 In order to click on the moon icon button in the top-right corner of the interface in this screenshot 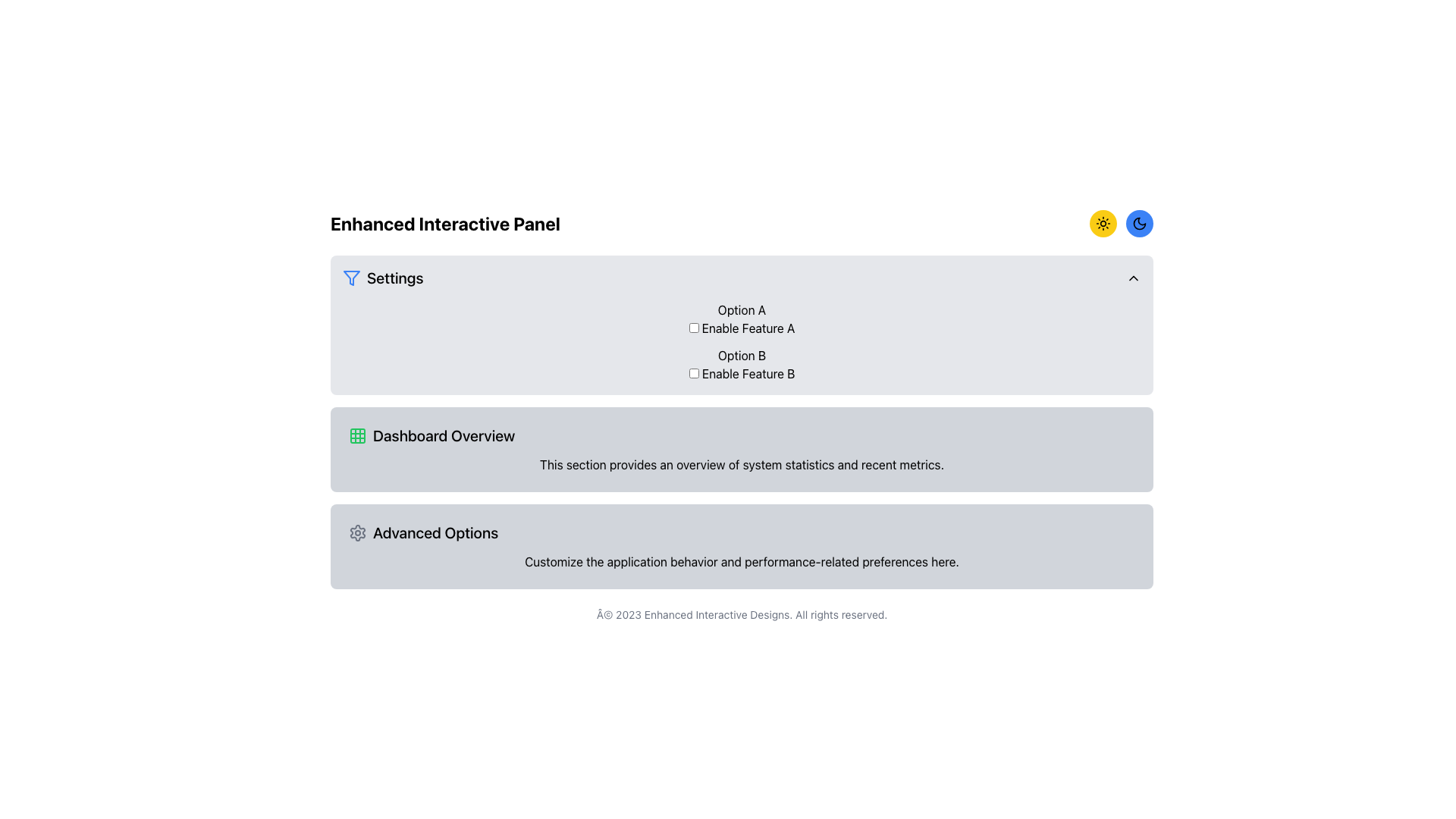, I will do `click(1139, 223)`.